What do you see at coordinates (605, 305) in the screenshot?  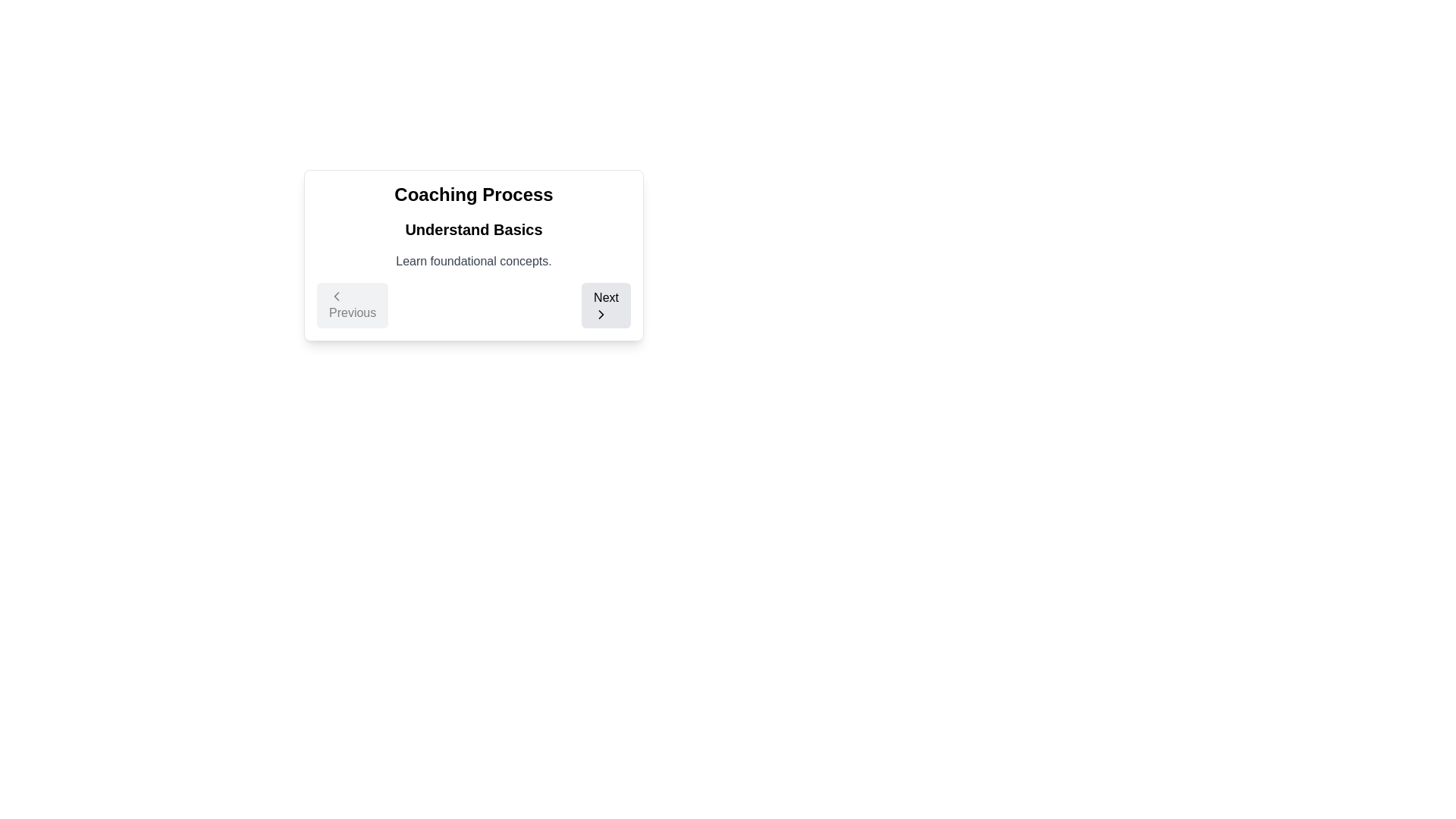 I see `the 'Next' button, which is a rectangular button with a gray background and rounded borders, located in the bottom-right quadrant of the interface` at bounding box center [605, 305].